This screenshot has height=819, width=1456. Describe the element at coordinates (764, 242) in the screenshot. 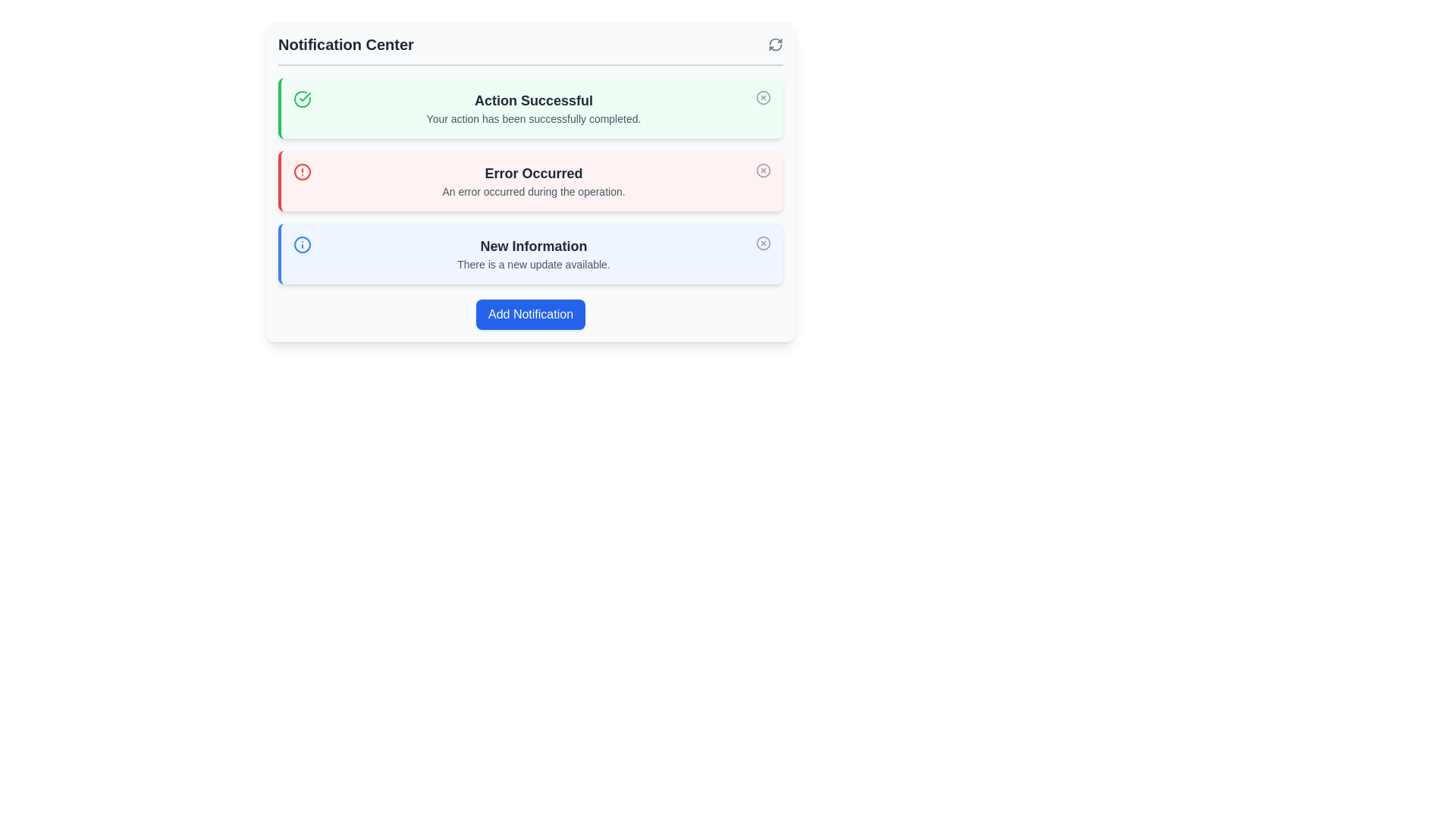

I see `the SVG circle element located inside the 'New Information' notification box, toward the right side, which is part of a visual indicator` at that location.